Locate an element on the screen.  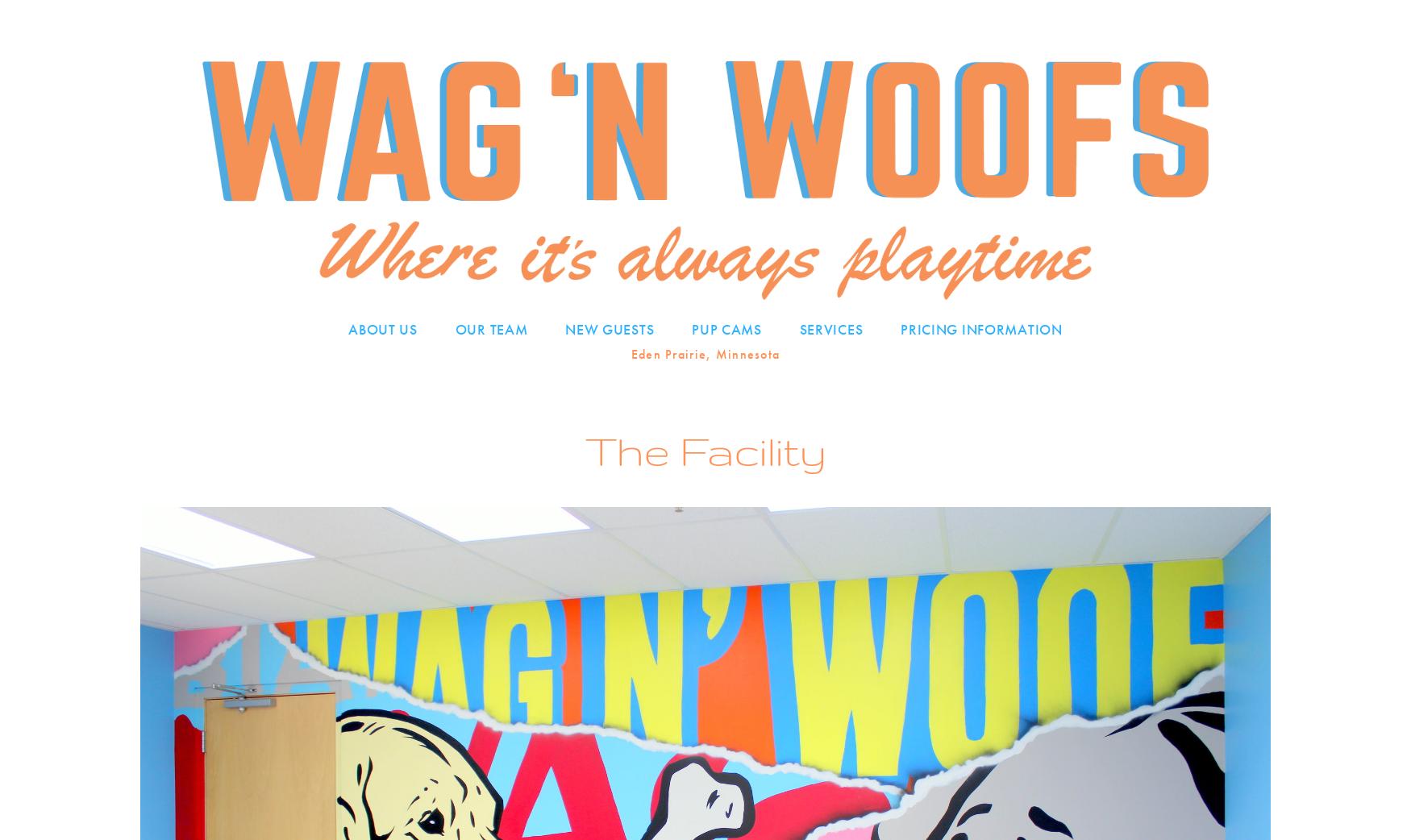
'Things to Know' is located at coordinates (626, 393).